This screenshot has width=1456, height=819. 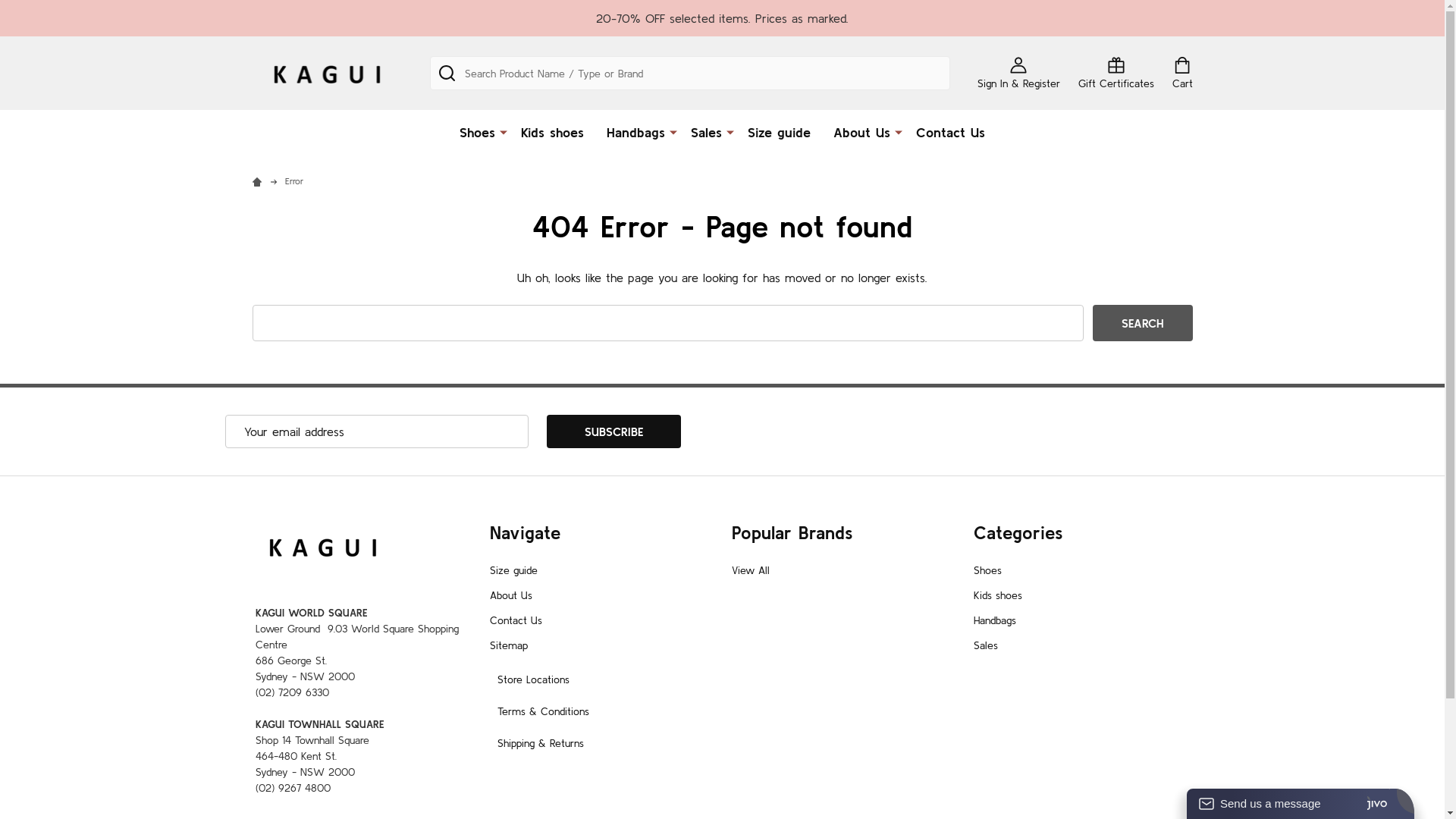 What do you see at coordinates (749, 570) in the screenshot?
I see `'View All'` at bounding box center [749, 570].